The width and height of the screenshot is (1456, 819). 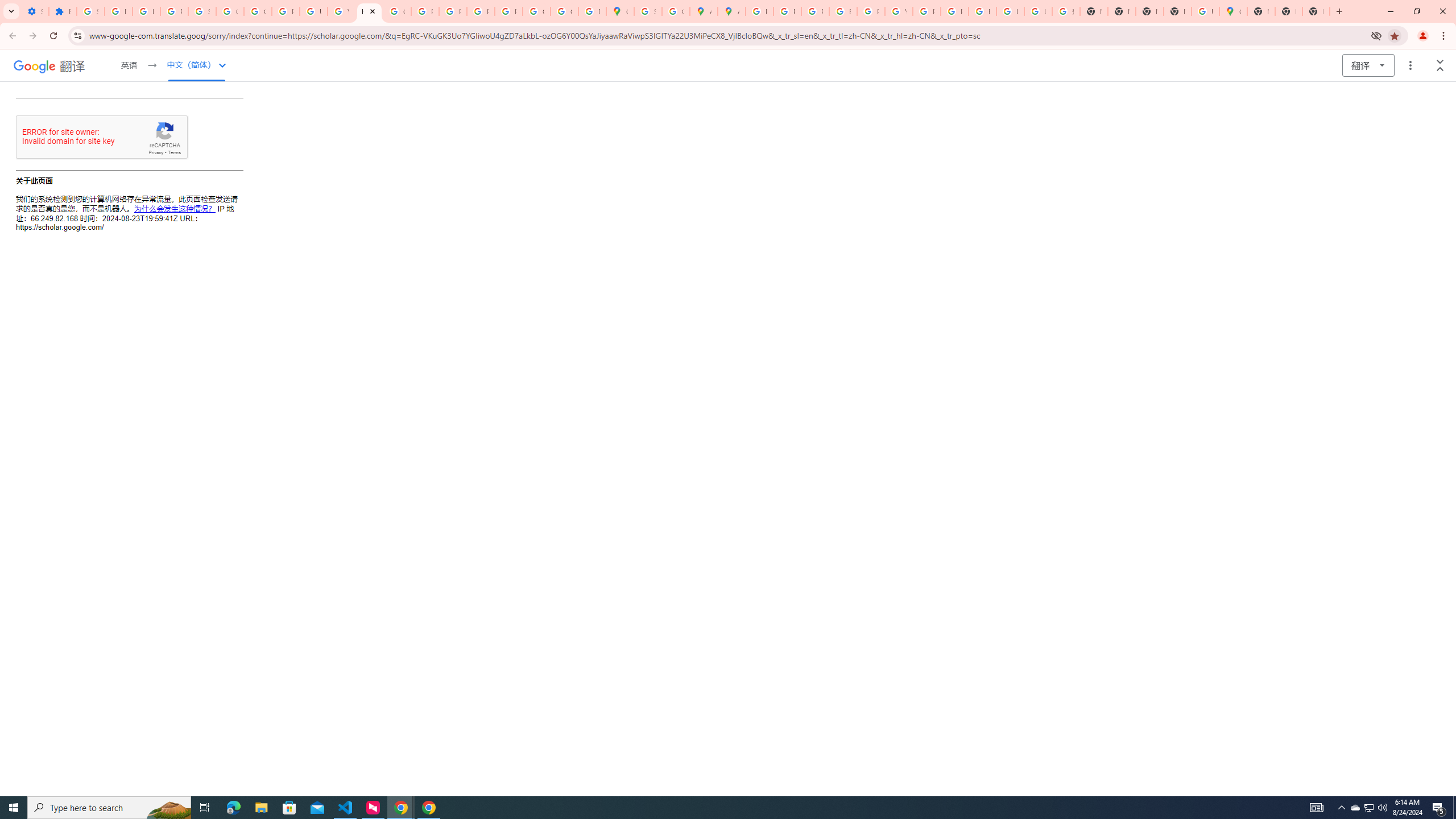 I want to click on 'Learn how to find your photos - Google Photos Help', so click(x=146, y=11).